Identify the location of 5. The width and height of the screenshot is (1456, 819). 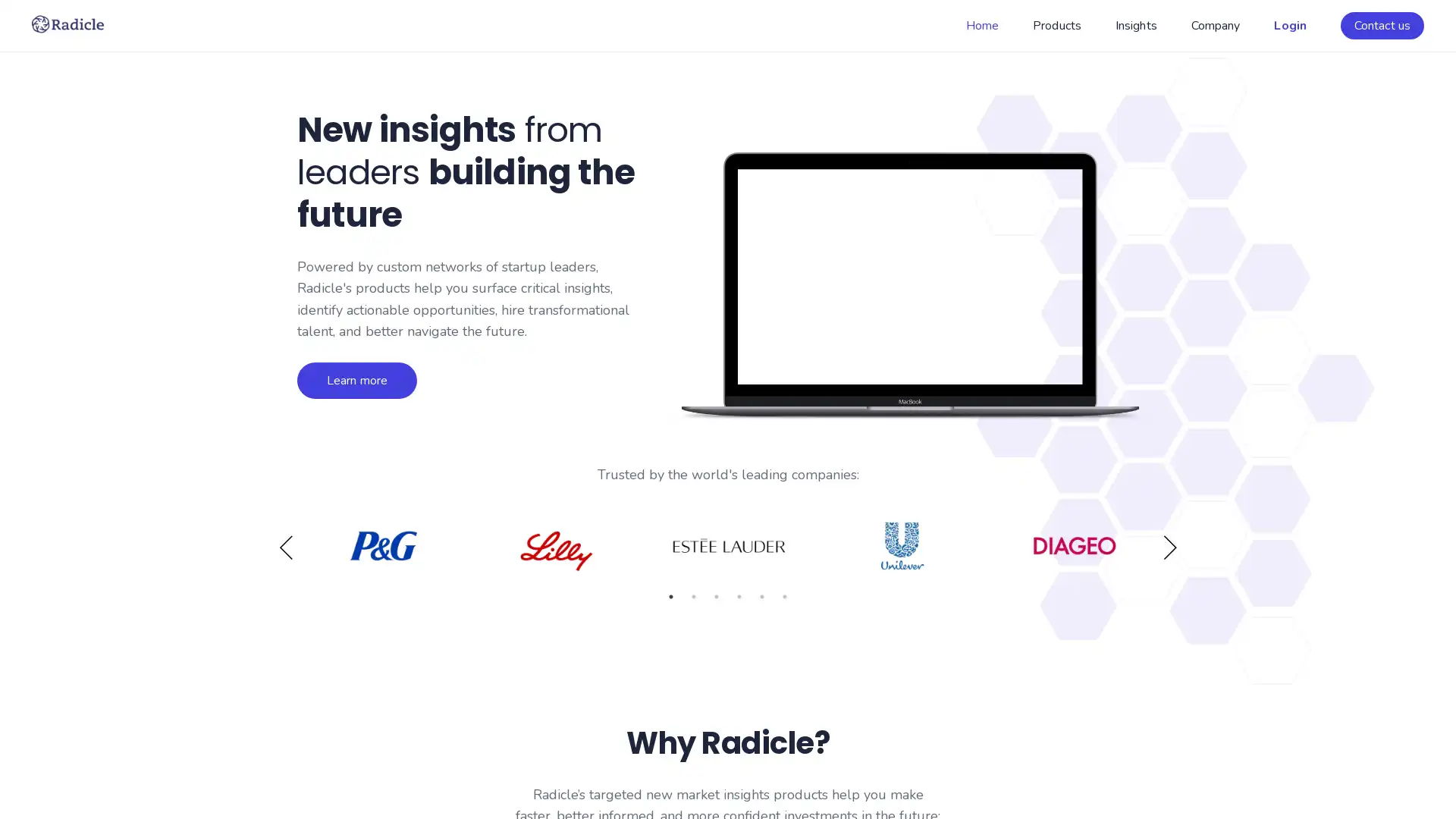
(761, 595).